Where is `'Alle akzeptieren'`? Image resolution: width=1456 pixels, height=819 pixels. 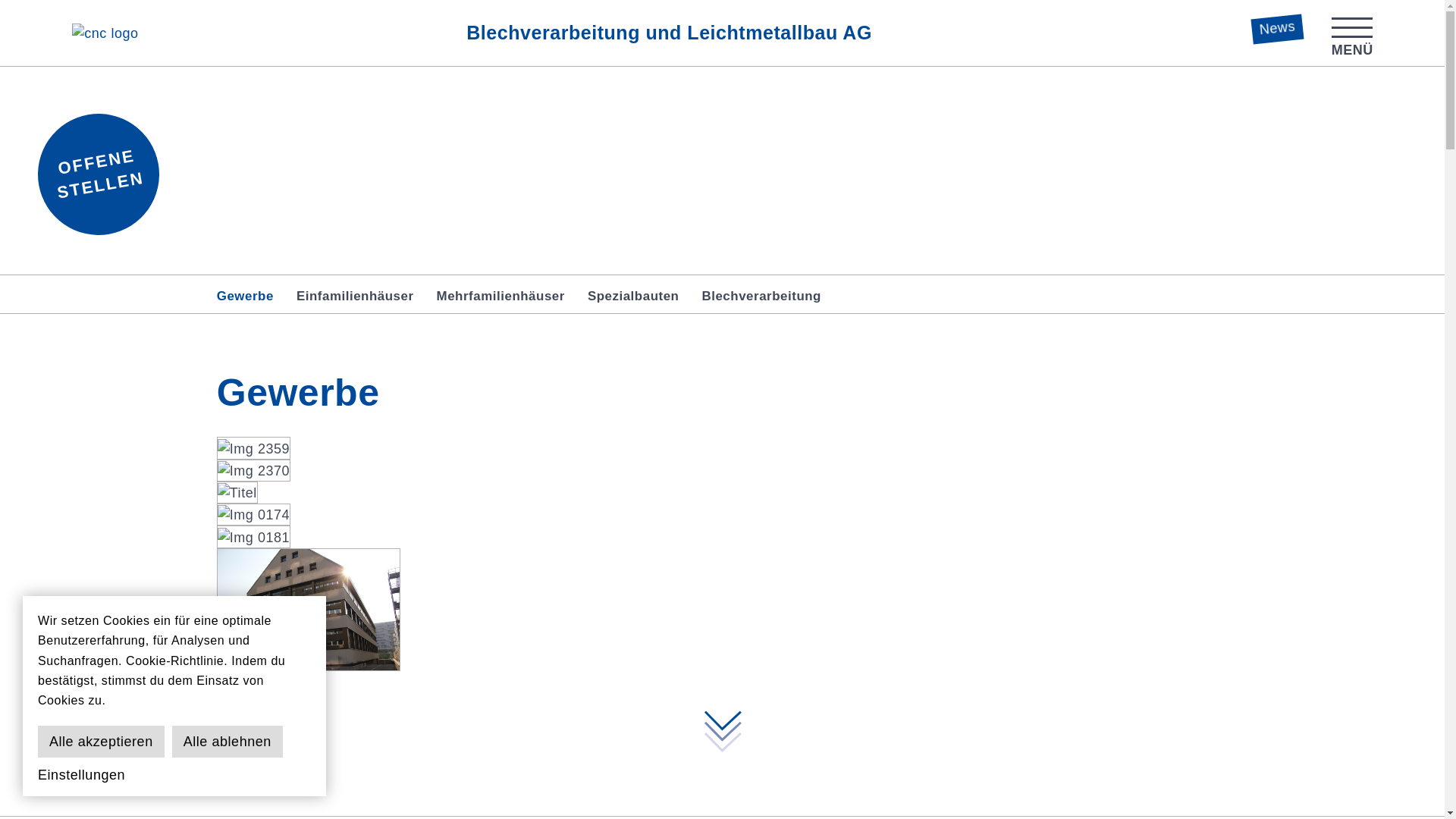 'Alle akzeptieren' is located at coordinates (100, 741).